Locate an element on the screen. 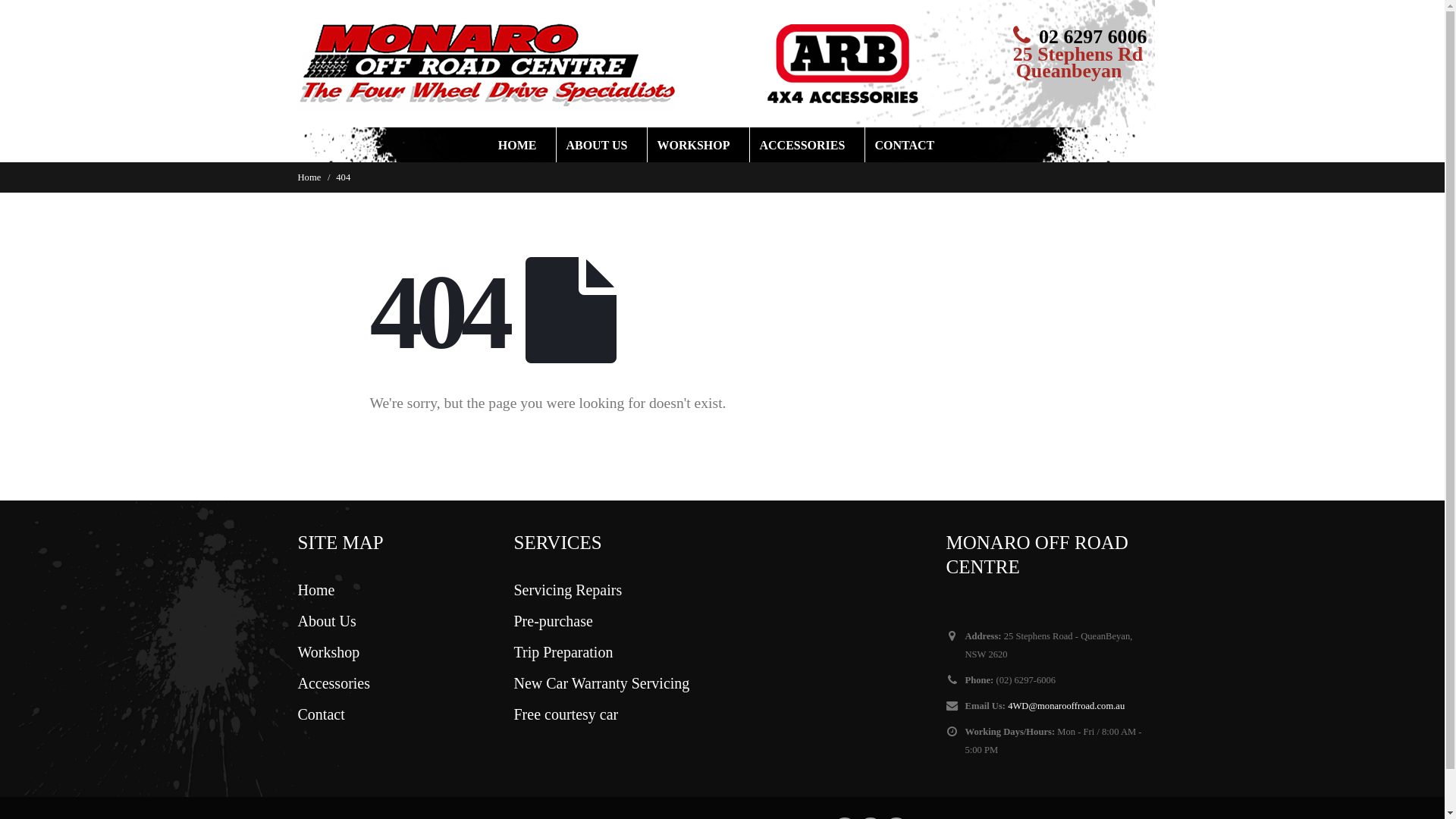  'ACCESSORIES' is located at coordinates (807, 145).